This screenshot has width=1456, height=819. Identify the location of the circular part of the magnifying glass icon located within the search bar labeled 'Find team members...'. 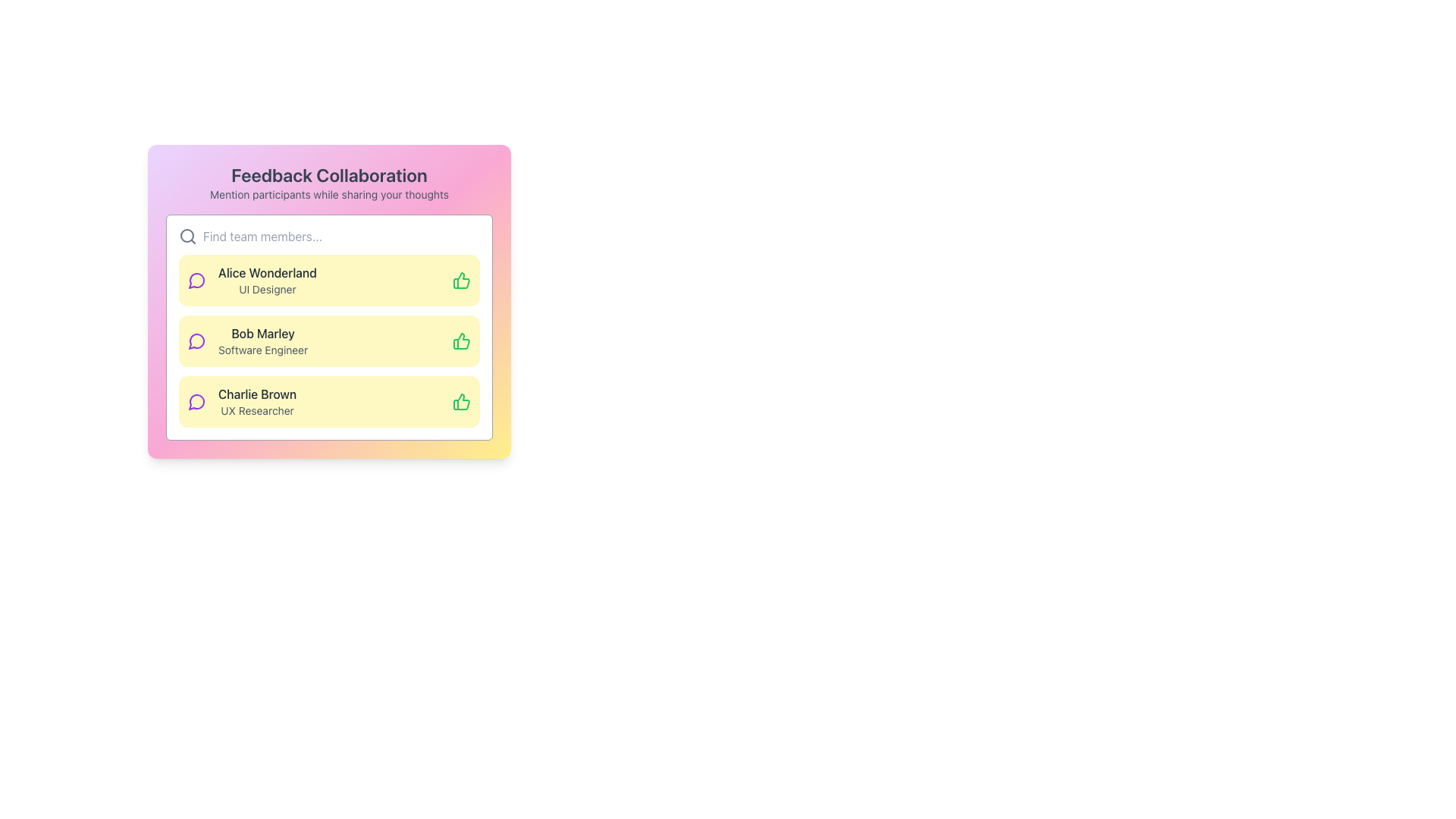
(186, 236).